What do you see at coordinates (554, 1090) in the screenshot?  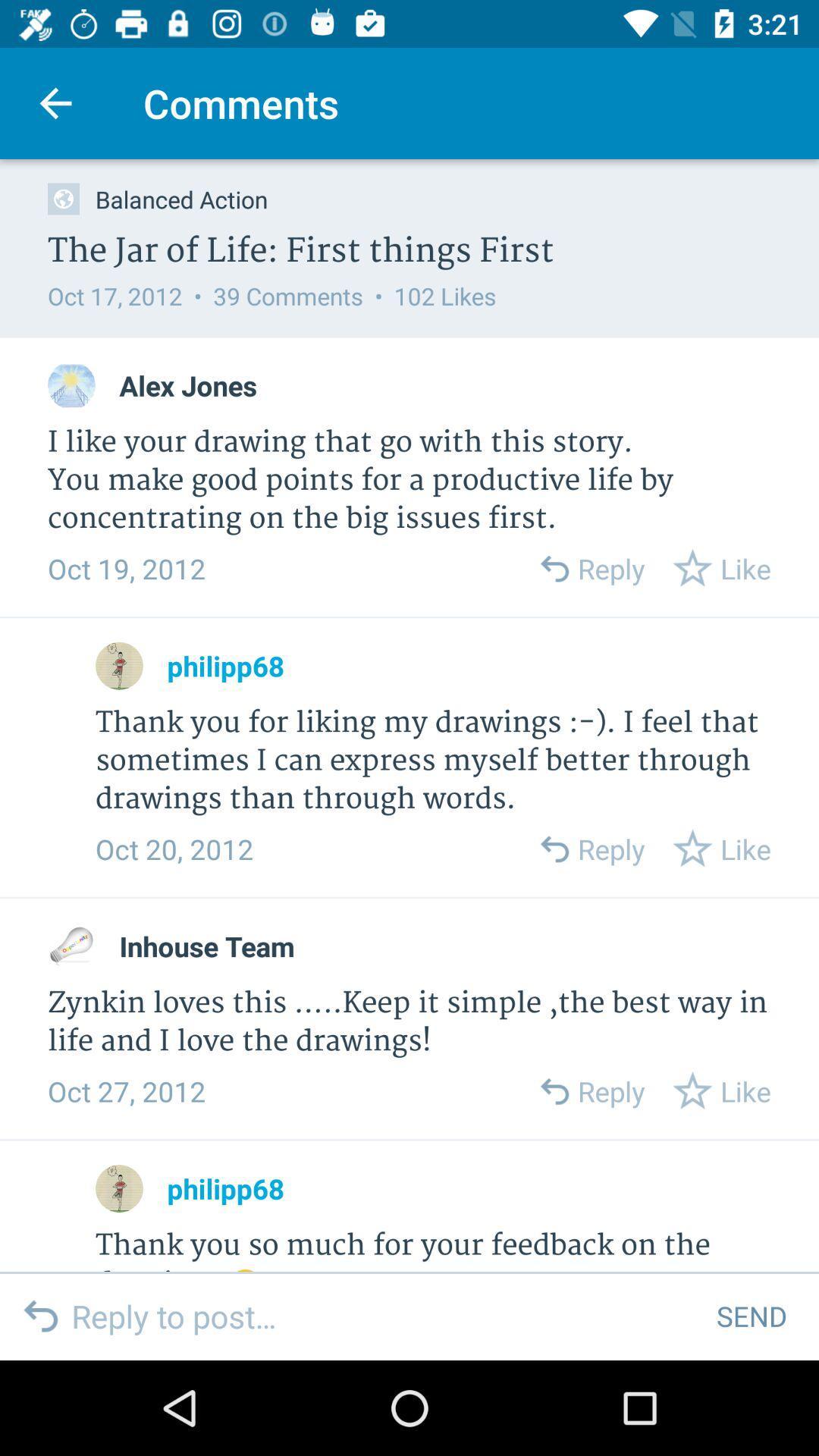 I see `reply option` at bounding box center [554, 1090].